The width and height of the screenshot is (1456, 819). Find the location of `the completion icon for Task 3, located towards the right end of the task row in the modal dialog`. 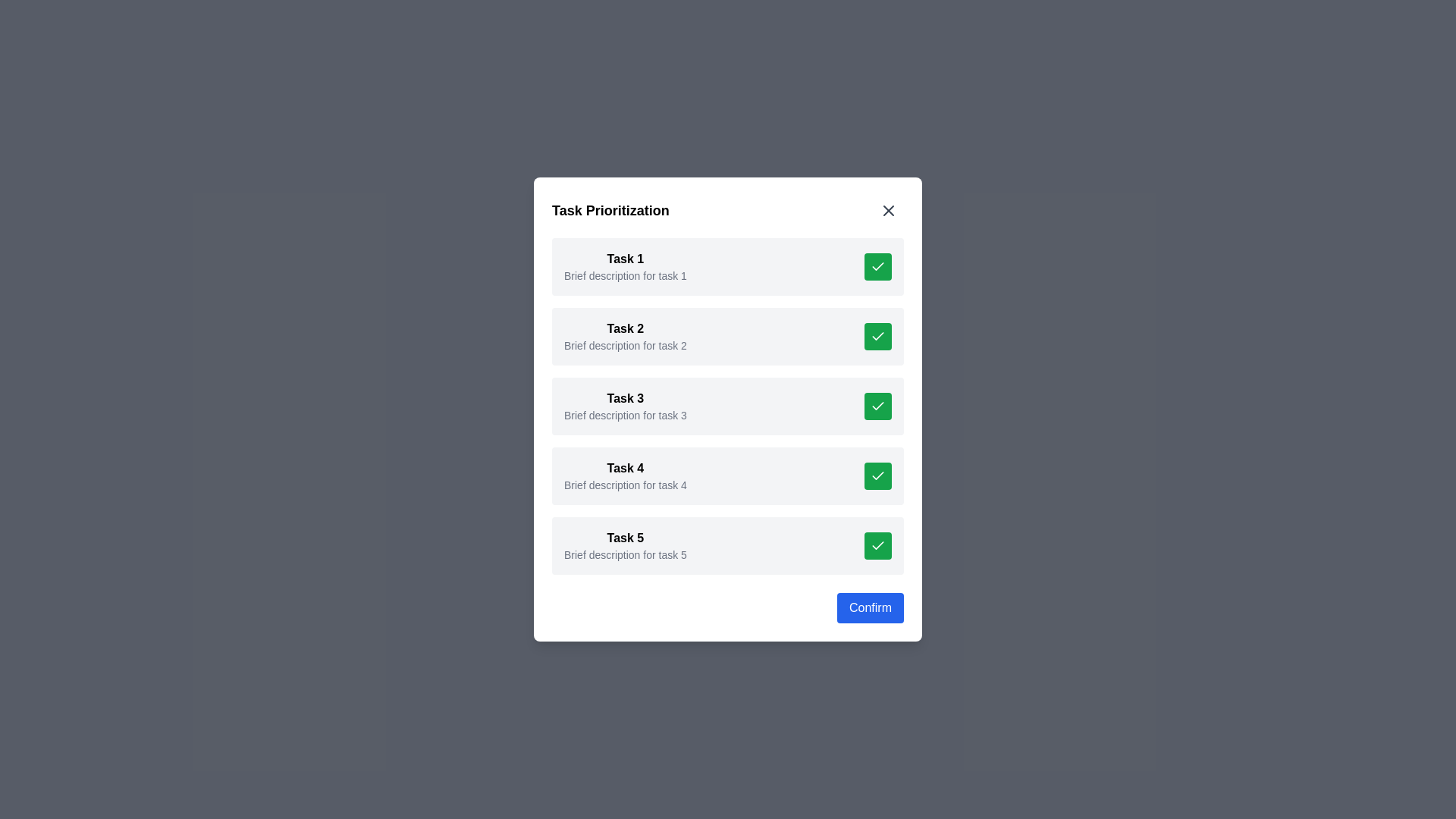

the completion icon for Task 3, located towards the right end of the task row in the modal dialog is located at coordinates (877, 405).